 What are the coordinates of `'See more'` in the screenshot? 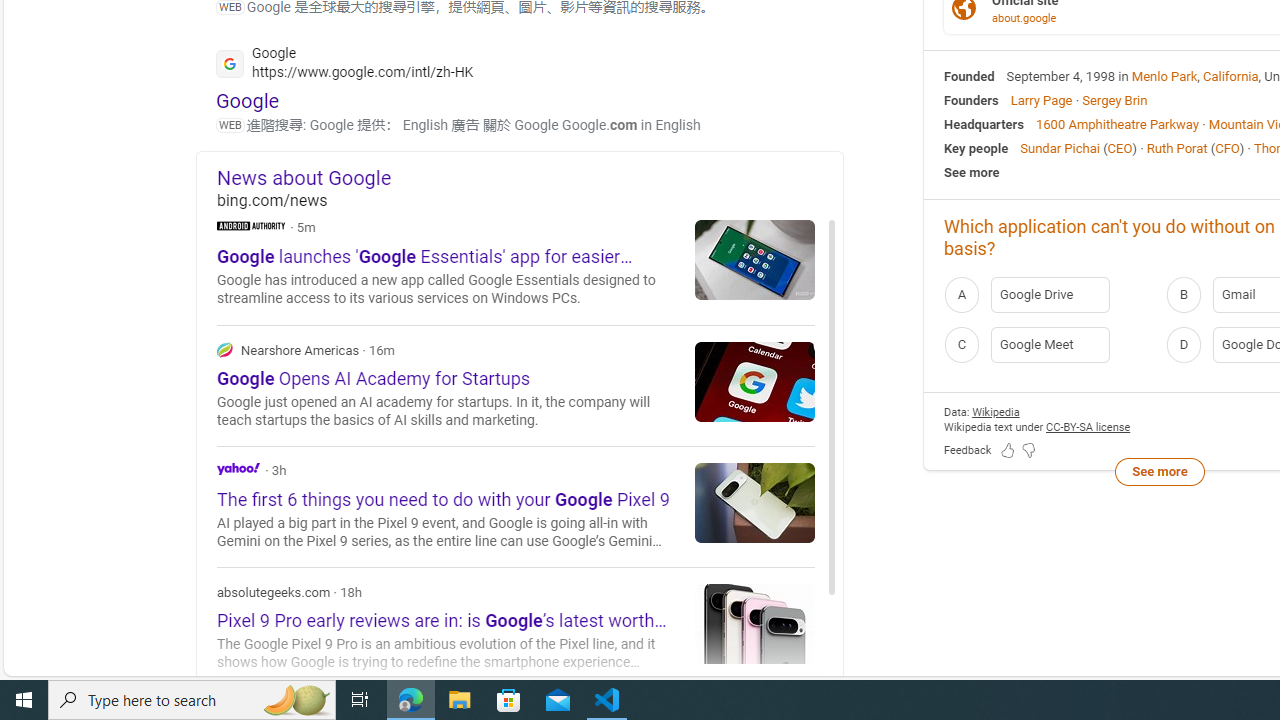 It's located at (1159, 471).